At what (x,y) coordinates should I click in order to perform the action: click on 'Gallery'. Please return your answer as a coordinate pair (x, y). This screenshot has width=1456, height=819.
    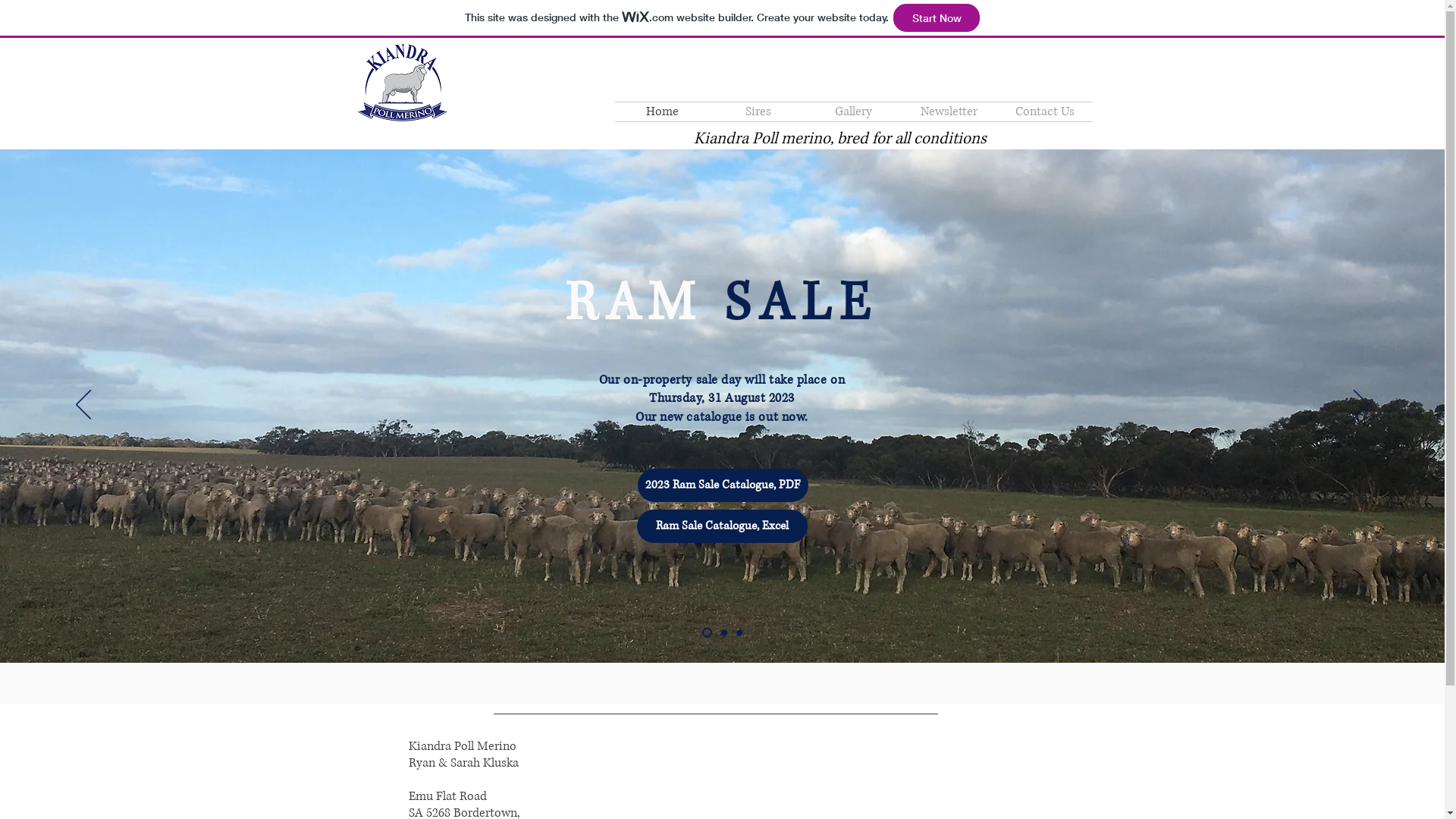
    Looking at the image, I should click on (804, 111).